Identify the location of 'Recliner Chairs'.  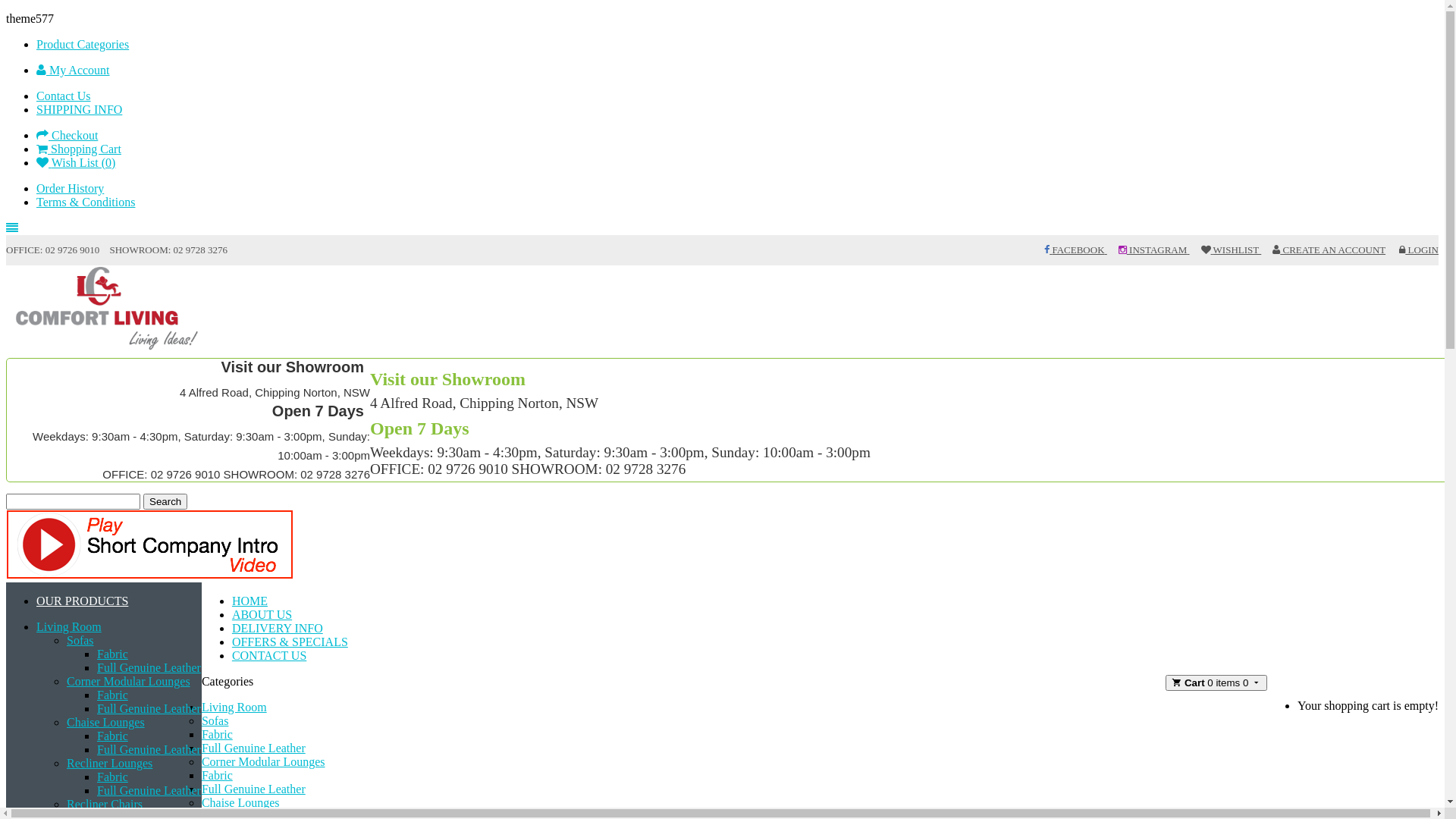
(65, 803).